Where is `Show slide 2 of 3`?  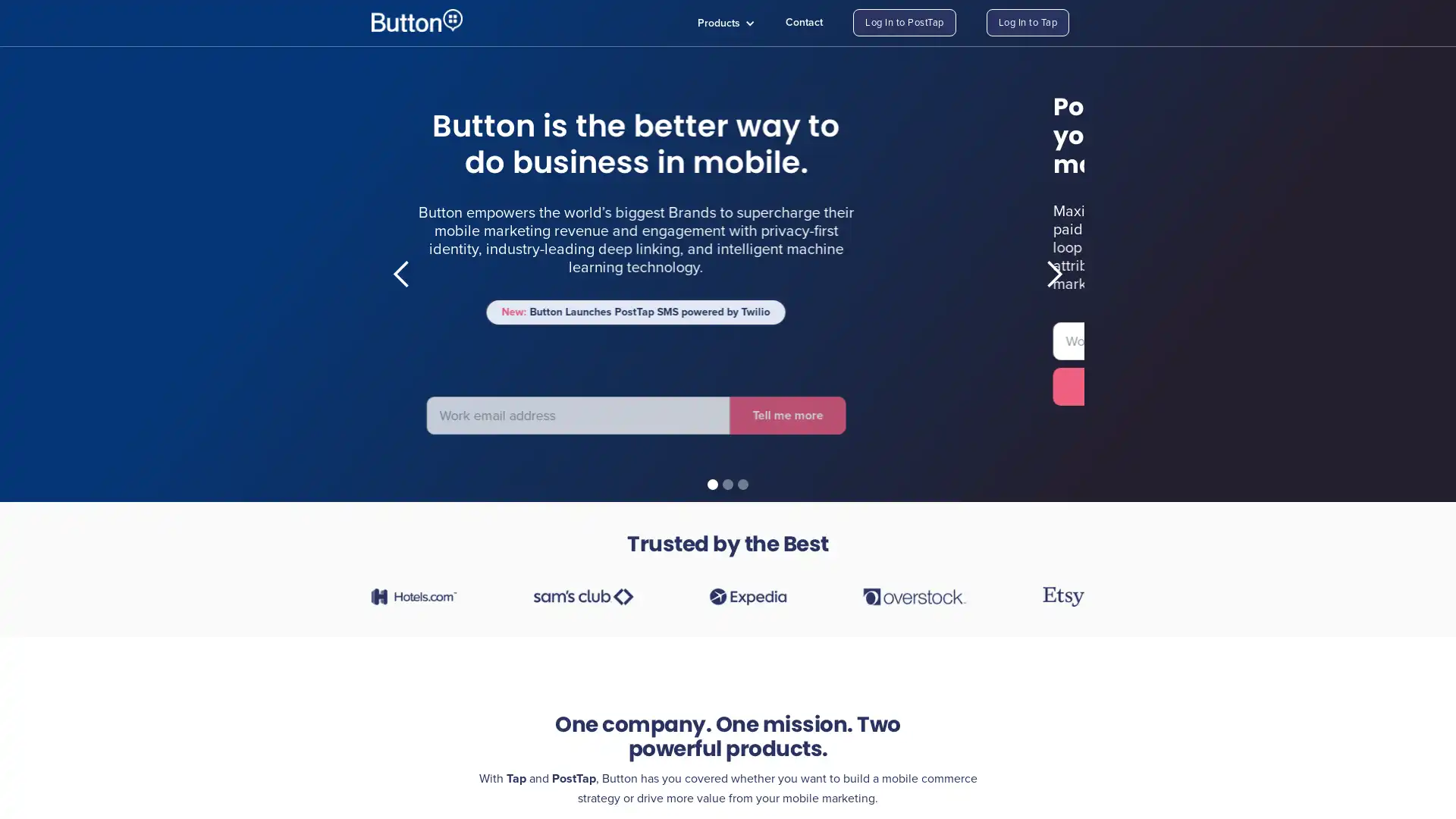
Show slide 2 of 3 is located at coordinates (728, 485).